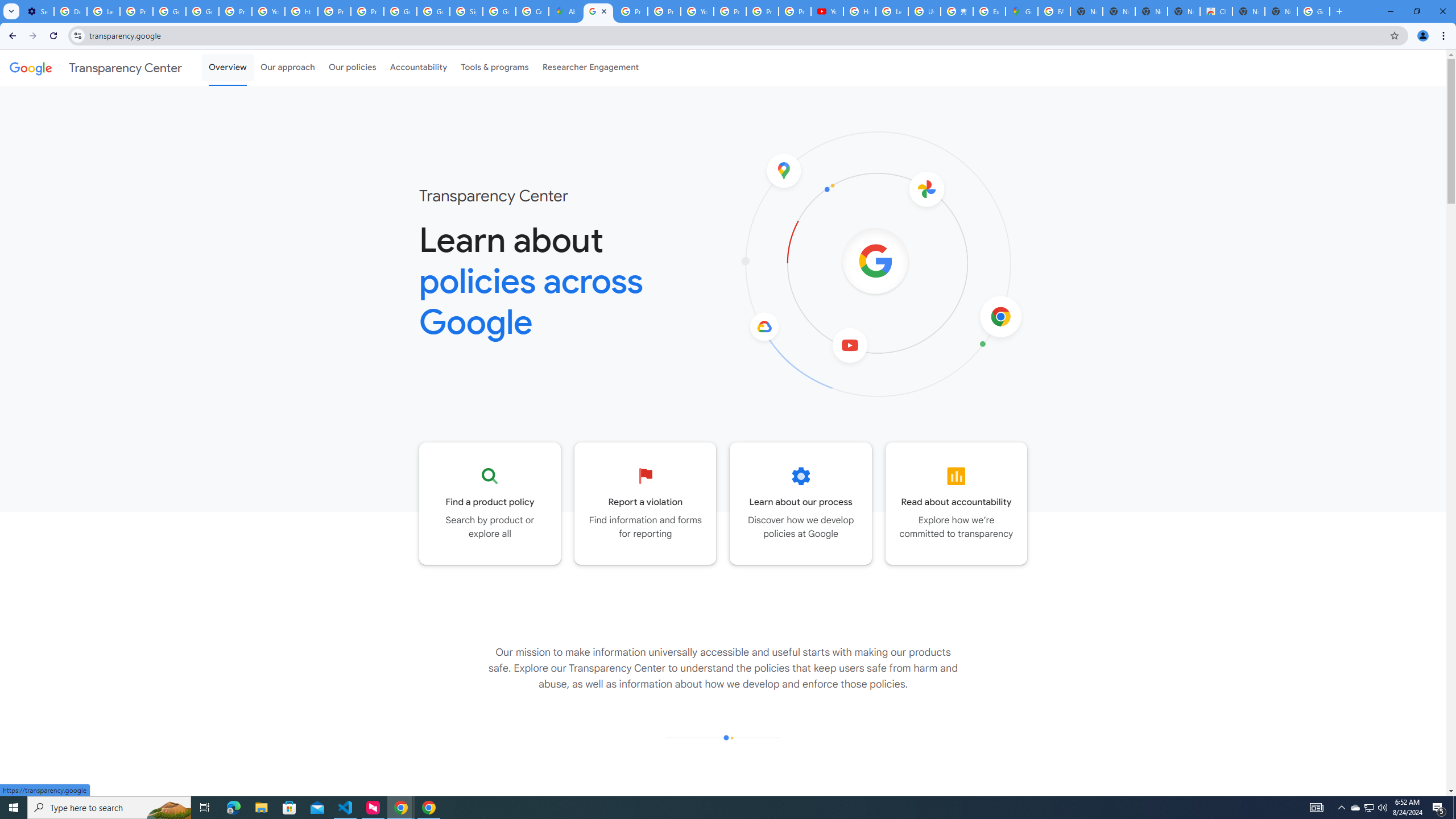  I want to click on 'Our policies', so click(352, 67).